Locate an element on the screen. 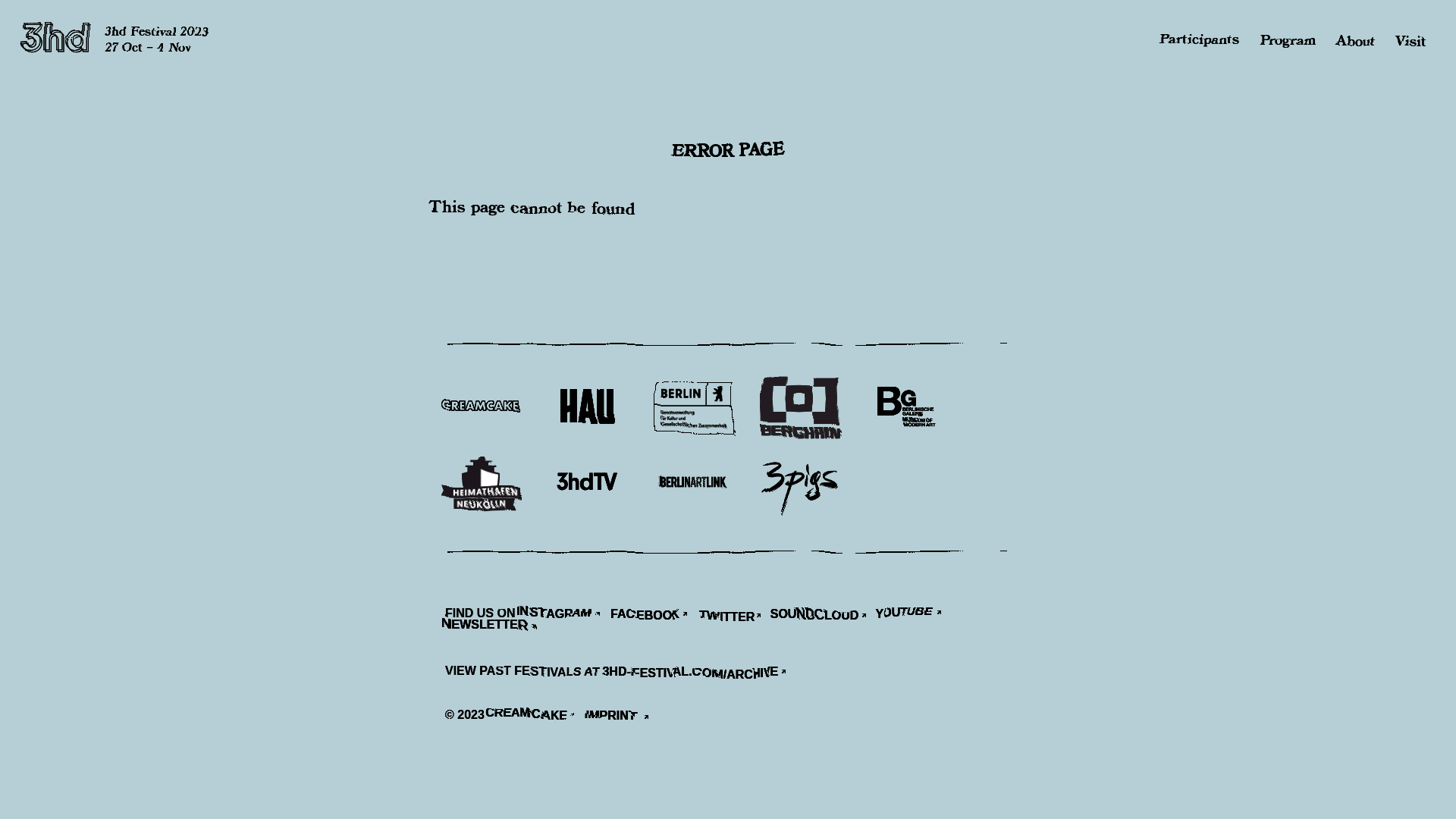  'TWITTER' is located at coordinates (698, 615).